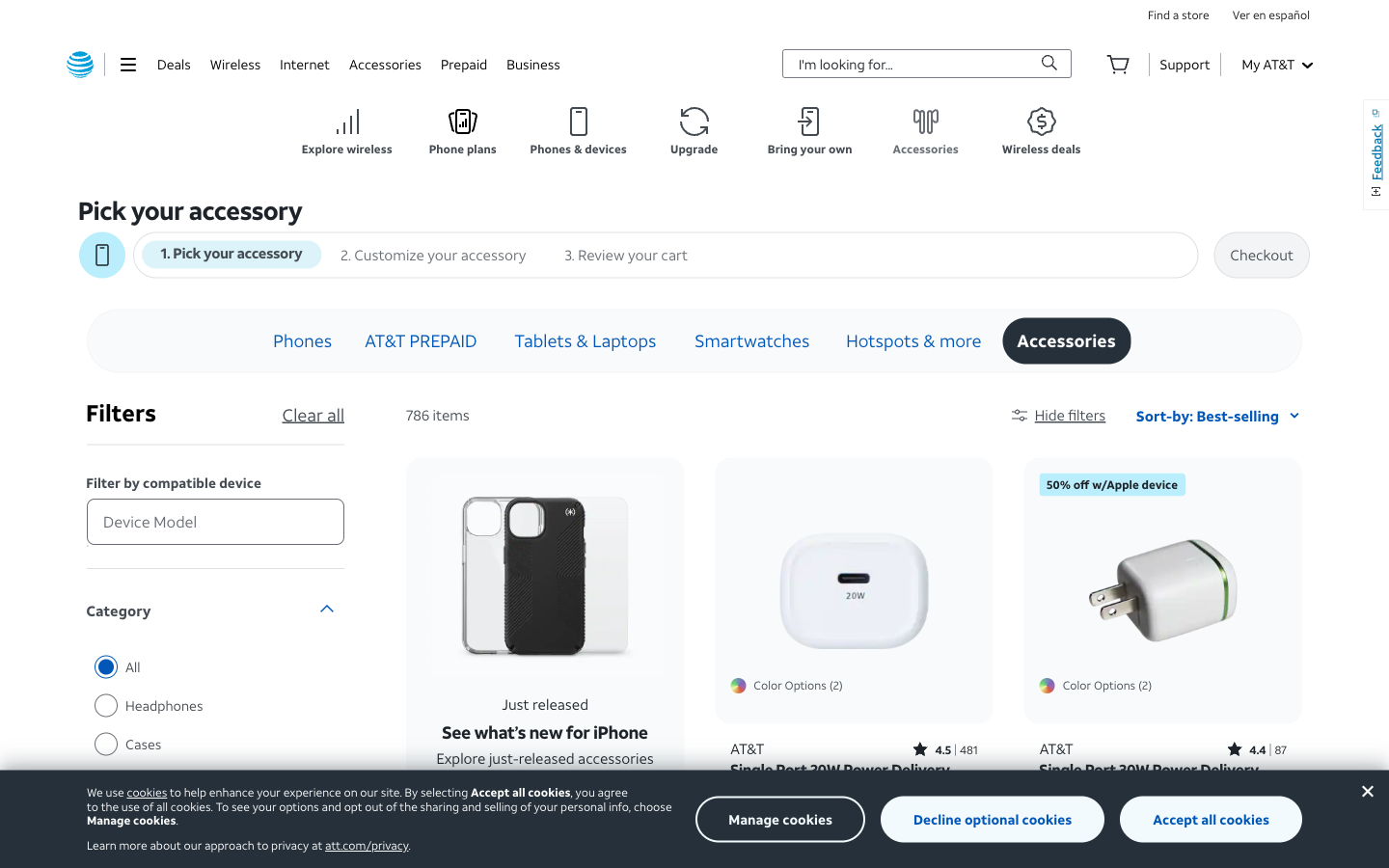  What do you see at coordinates (463, 63) in the screenshot?
I see `the prepaid plan section` at bounding box center [463, 63].